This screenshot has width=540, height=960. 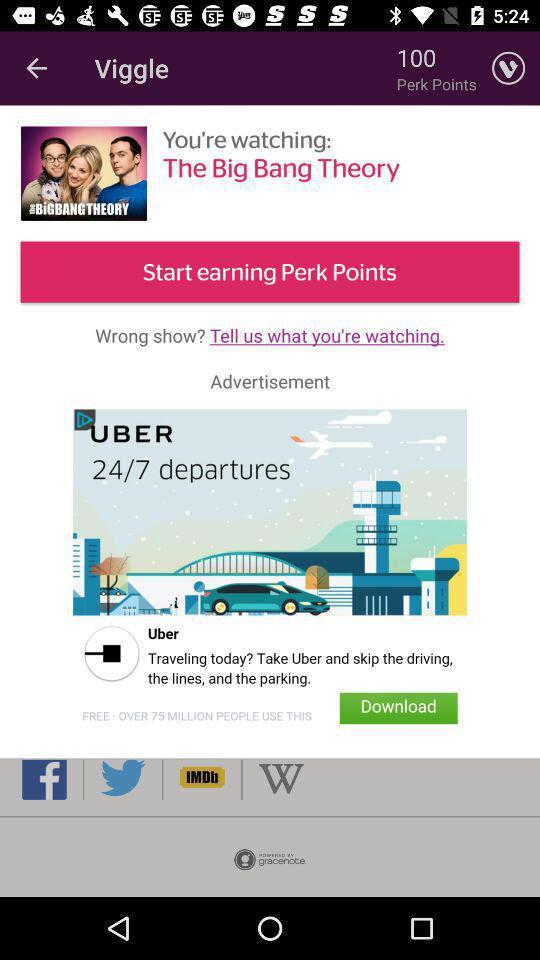 I want to click on advertisement click option, so click(x=270, y=573).